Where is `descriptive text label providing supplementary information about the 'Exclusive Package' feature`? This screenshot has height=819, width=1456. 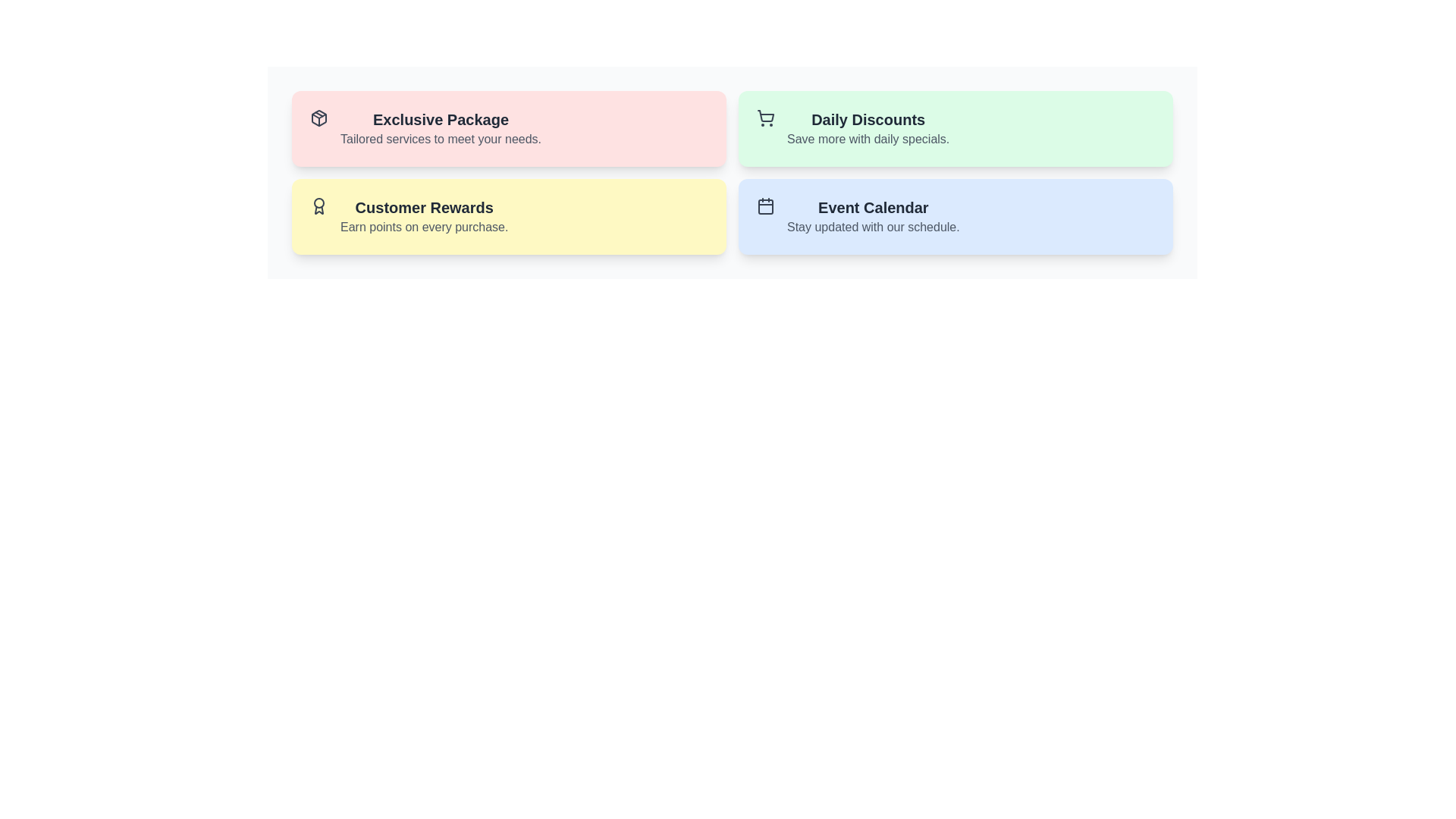 descriptive text label providing supplementary information about the 'Exclusive Package' feature is located at coordinates (440, 140).